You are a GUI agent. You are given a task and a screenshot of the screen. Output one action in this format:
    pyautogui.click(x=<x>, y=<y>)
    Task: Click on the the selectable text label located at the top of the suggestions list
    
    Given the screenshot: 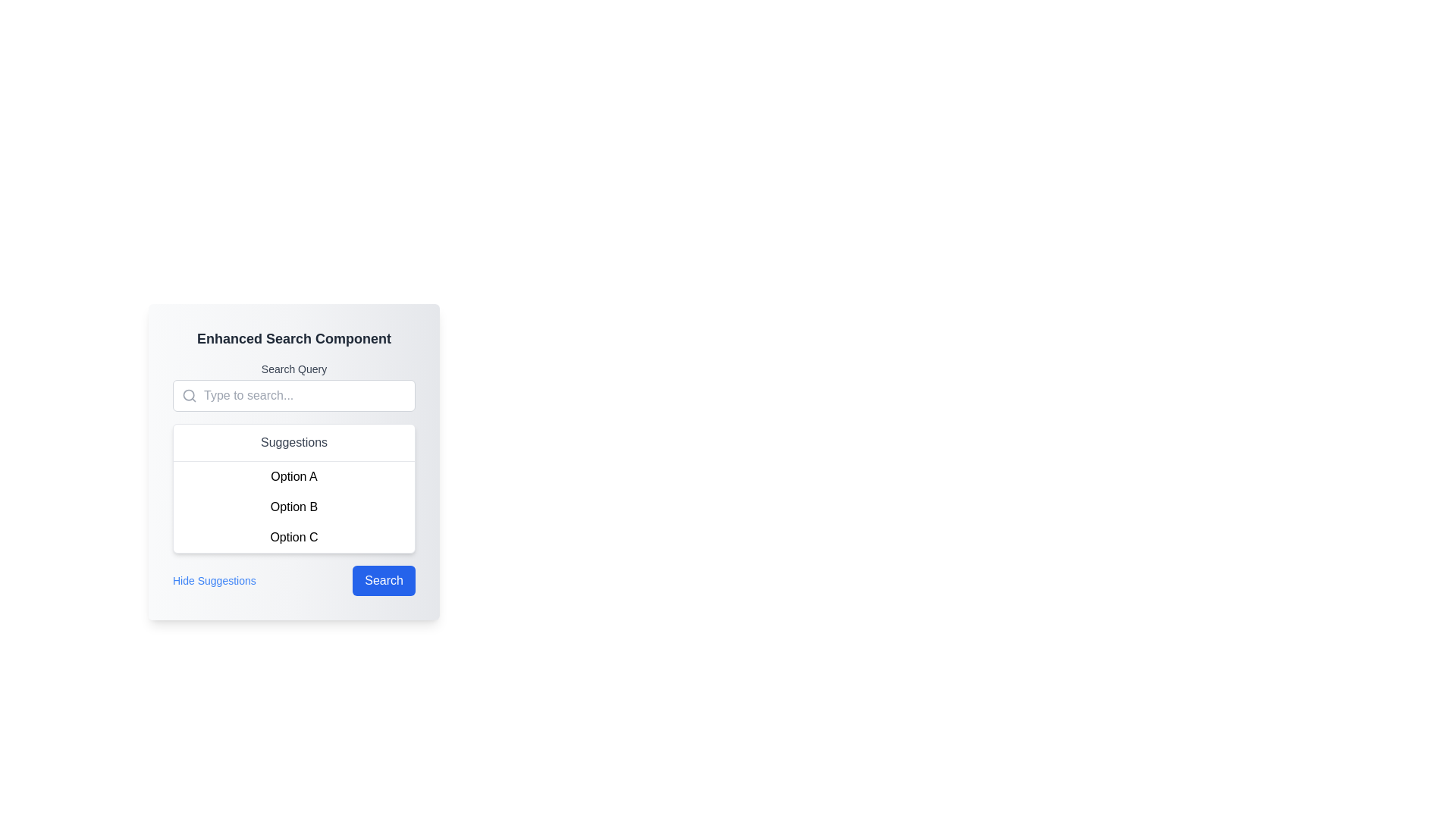 What is the action you would take?
    pyautogui.click(x=294, y=475)
    